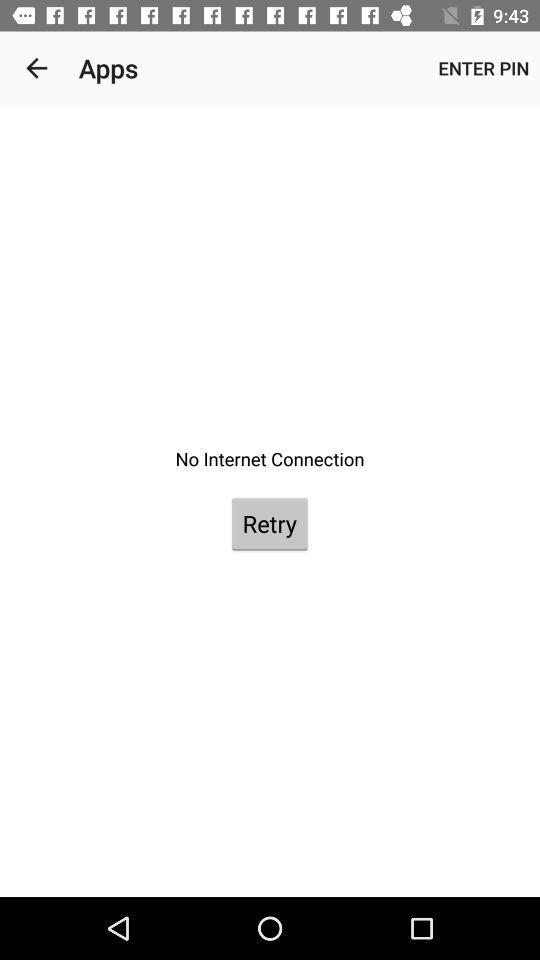 The image size is (540, 960). What do you see at coordinates (36, 68) in the screenshot?
I see `app next to apps` at bounding box center [36, 68].